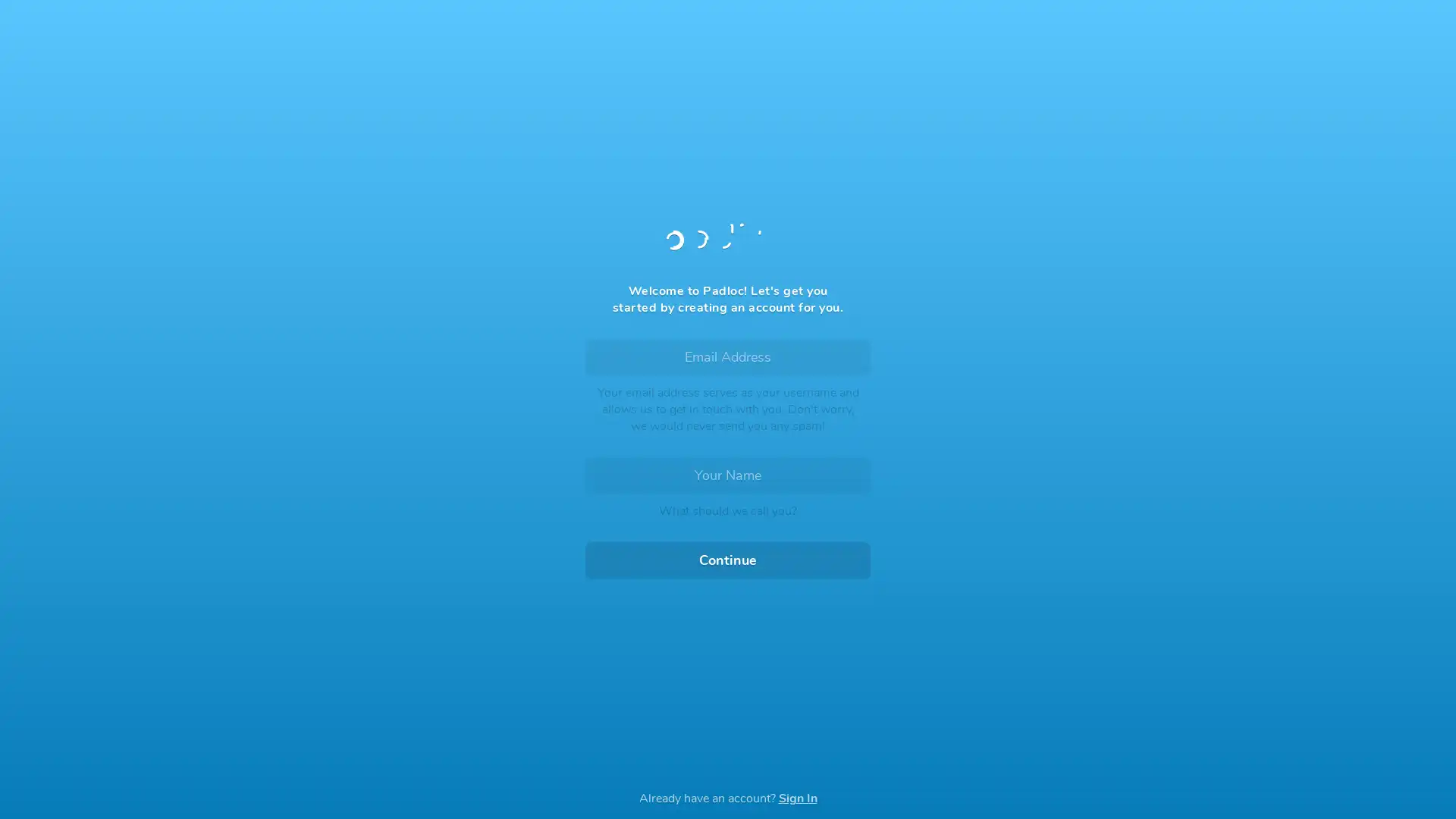  What do you see at coordinates (640, 111) in the screenshot?
I see `Back To Login` at bounding box center [640, 111].